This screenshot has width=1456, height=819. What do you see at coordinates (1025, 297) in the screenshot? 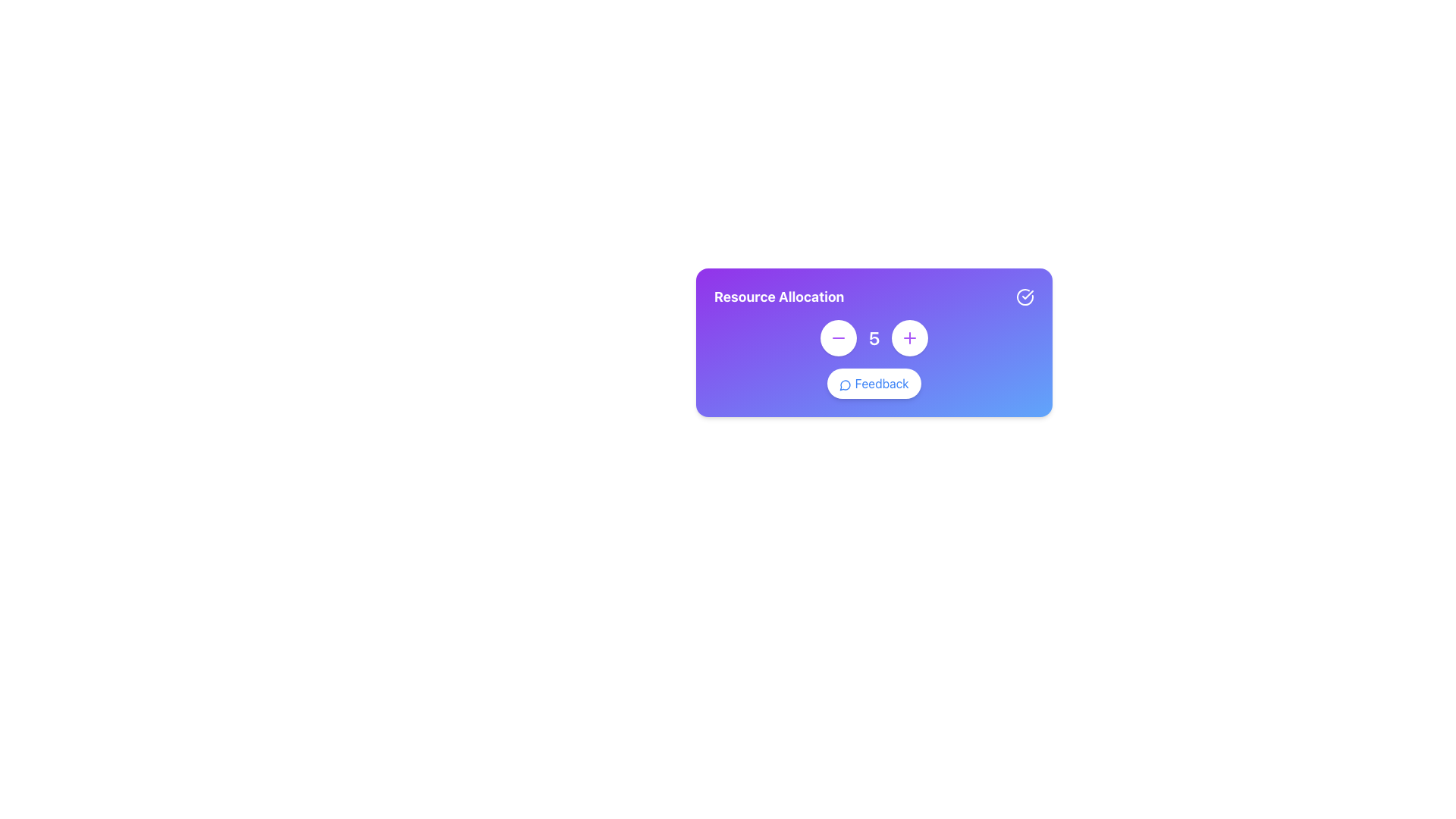
I see `the circular icon with a checkmark inside located in the top-right corner of the 'Resource Allocation' module` at bounding box center [1025, 297].